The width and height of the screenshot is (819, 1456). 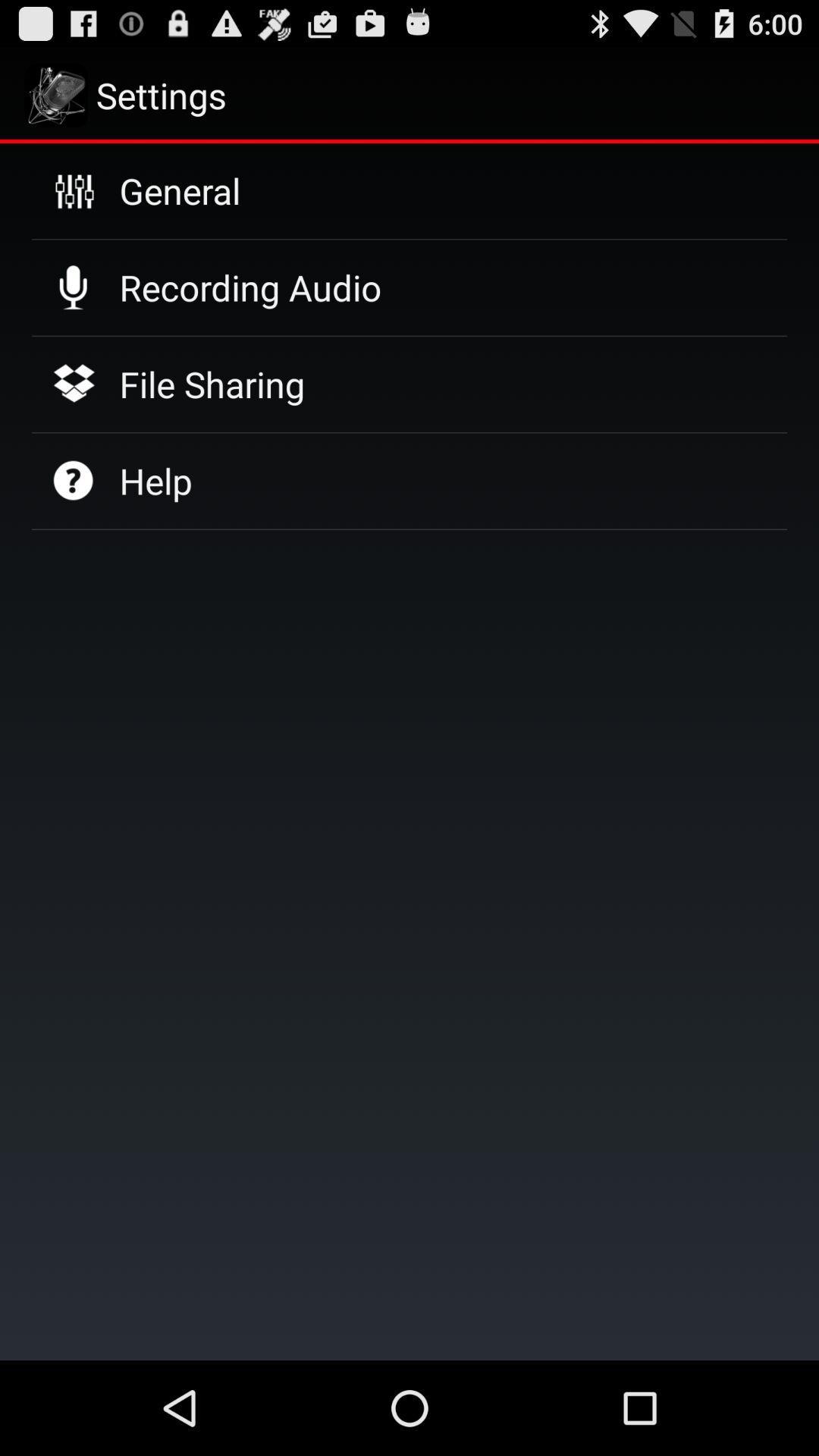 I want to click on icon above help icon, so click(x=212, y=384).